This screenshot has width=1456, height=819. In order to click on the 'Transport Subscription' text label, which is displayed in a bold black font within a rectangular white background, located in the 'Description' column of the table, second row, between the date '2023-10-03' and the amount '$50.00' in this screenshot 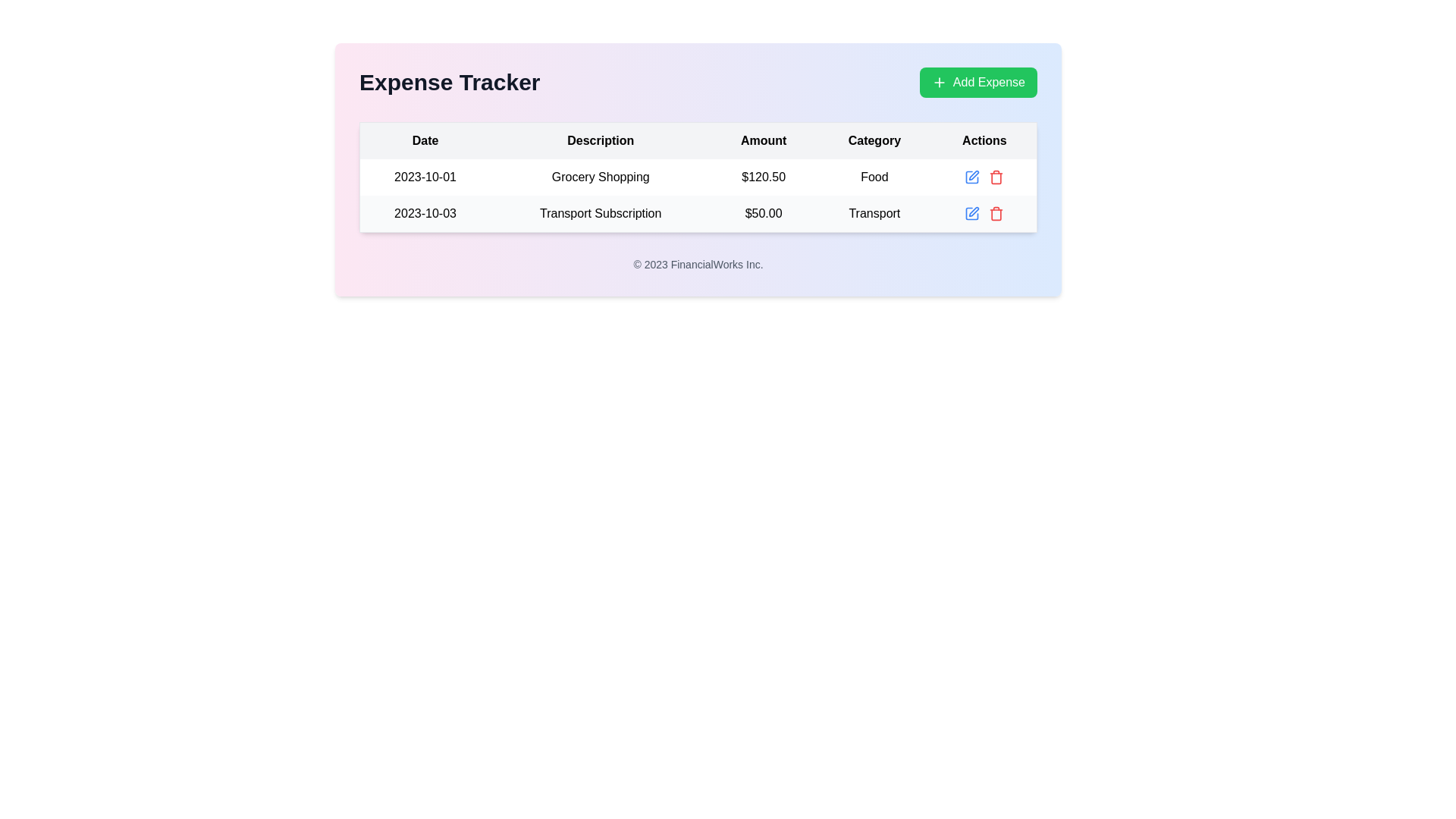, I will do `click(600, 214)`.